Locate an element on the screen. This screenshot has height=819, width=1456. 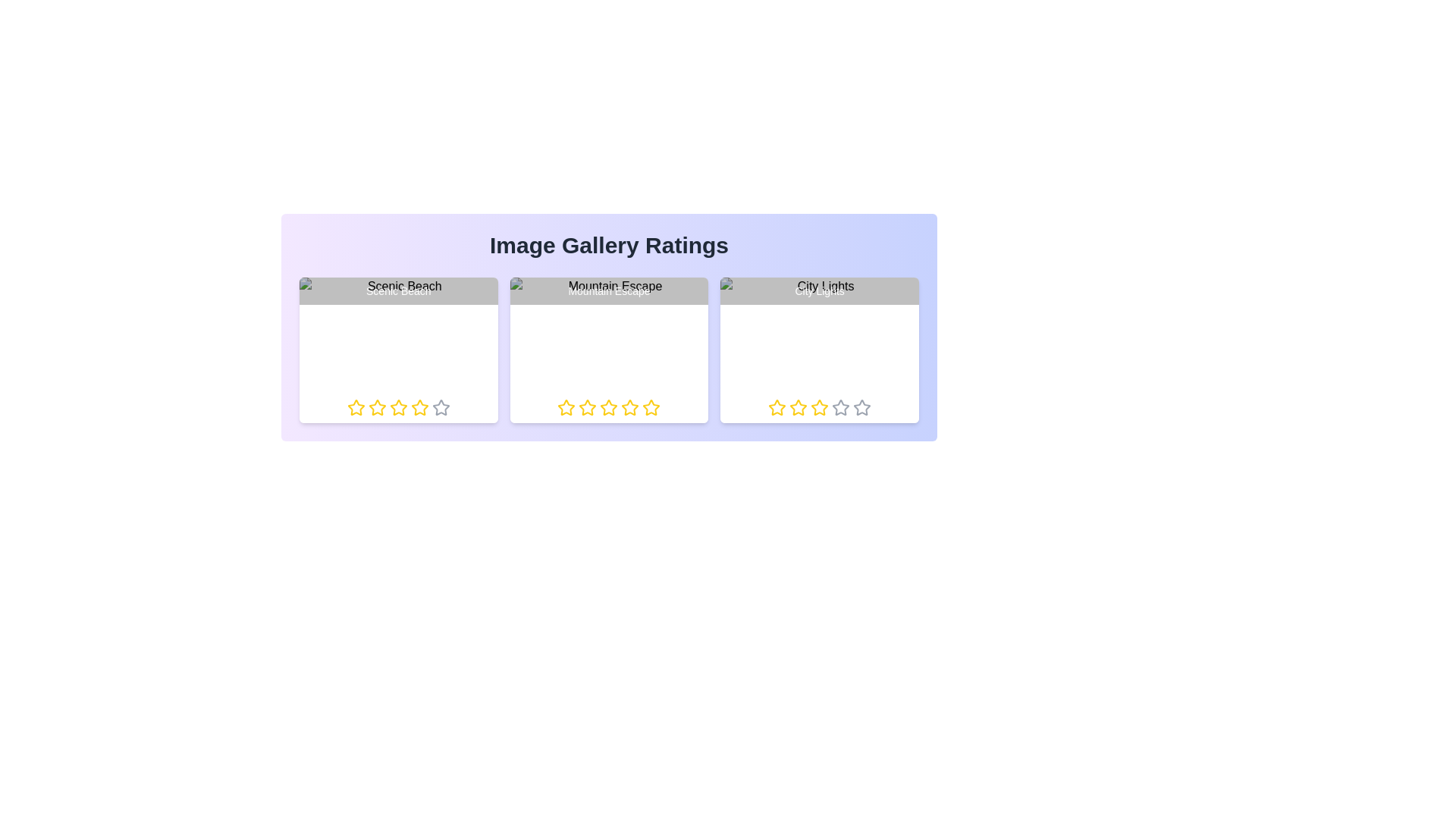
the rating for the image titled 'Scenic Beach' to 4 stars is located at coordinates (410, 406).